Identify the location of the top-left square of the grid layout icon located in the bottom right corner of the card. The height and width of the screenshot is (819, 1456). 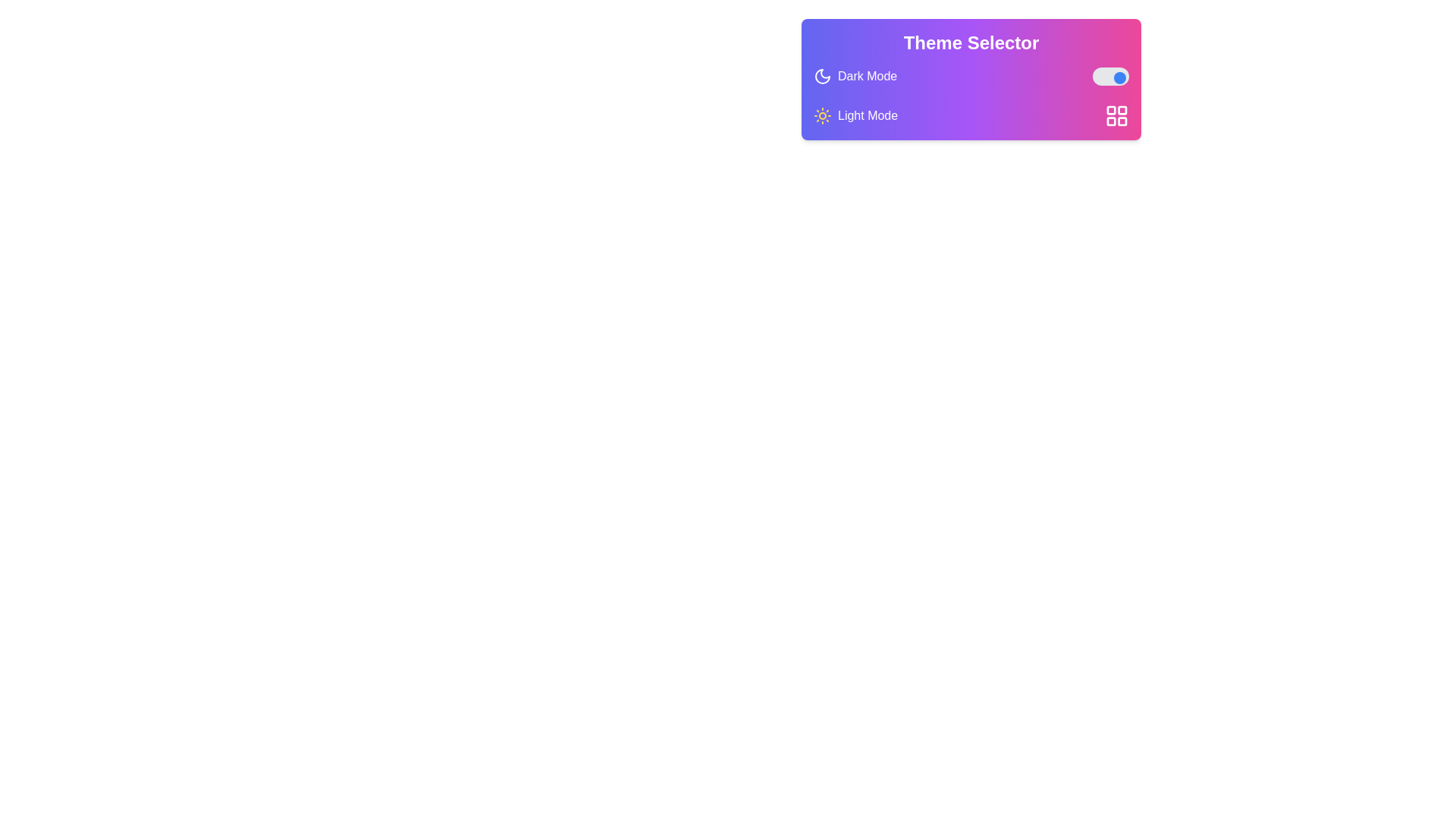
(1111, 109).